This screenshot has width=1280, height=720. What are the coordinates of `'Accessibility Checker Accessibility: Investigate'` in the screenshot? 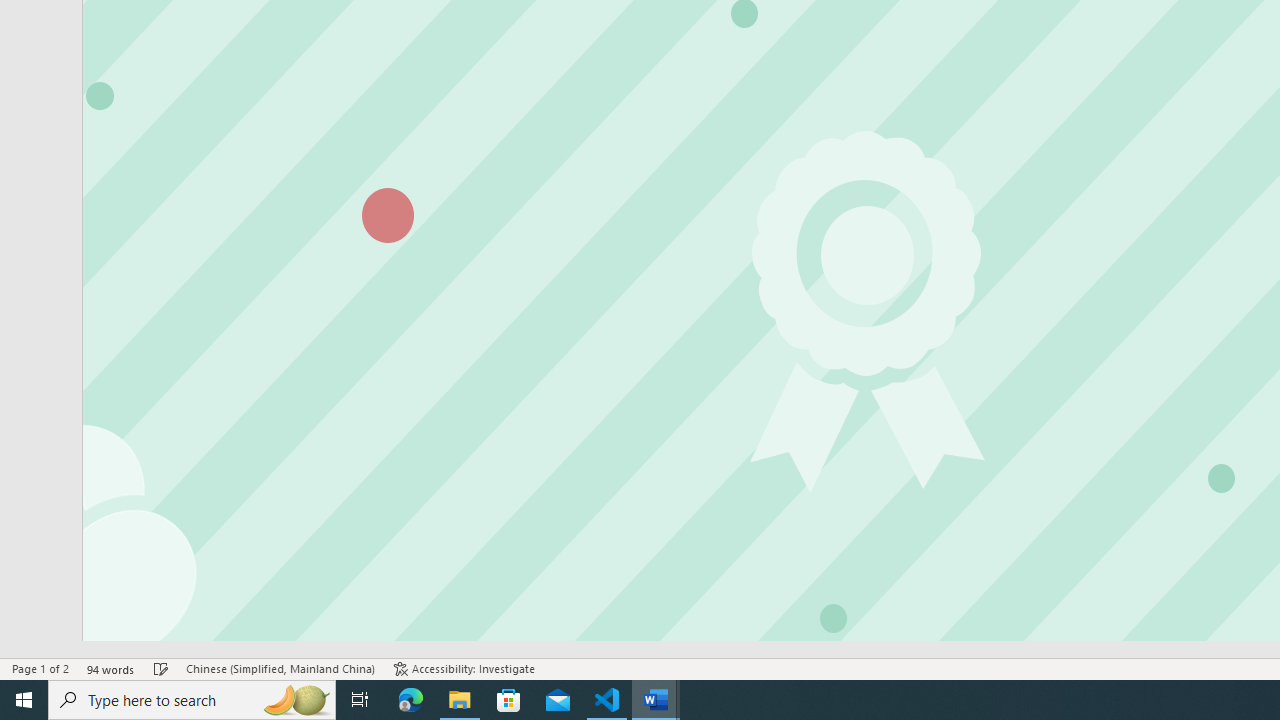 It's located at (463, 669).